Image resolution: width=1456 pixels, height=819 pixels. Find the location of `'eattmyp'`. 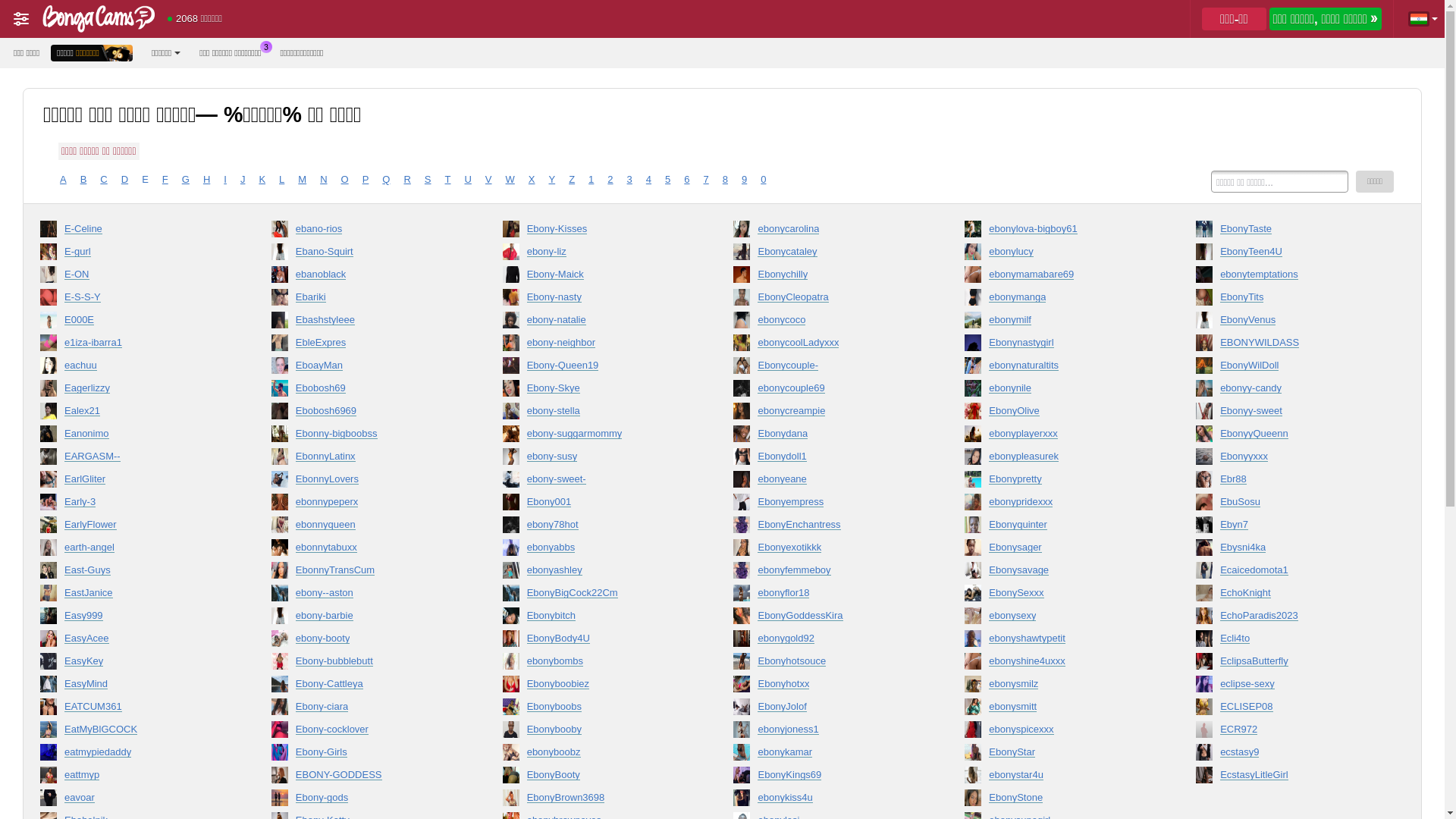

'eattmyp' is located at coordinates (134, 778).